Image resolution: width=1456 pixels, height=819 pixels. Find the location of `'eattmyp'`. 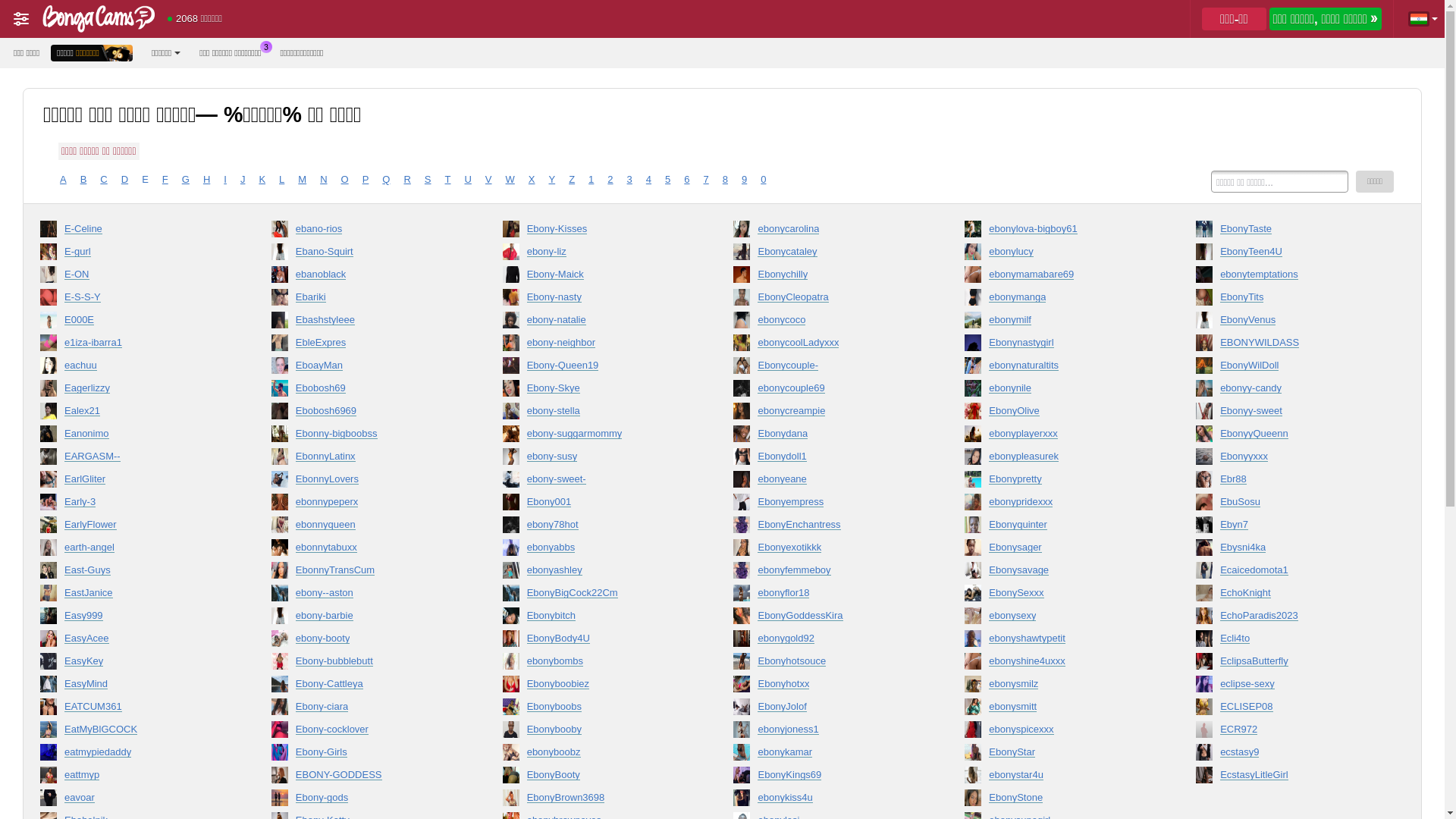

'eattmyp' is located at coordinates (134, 778).